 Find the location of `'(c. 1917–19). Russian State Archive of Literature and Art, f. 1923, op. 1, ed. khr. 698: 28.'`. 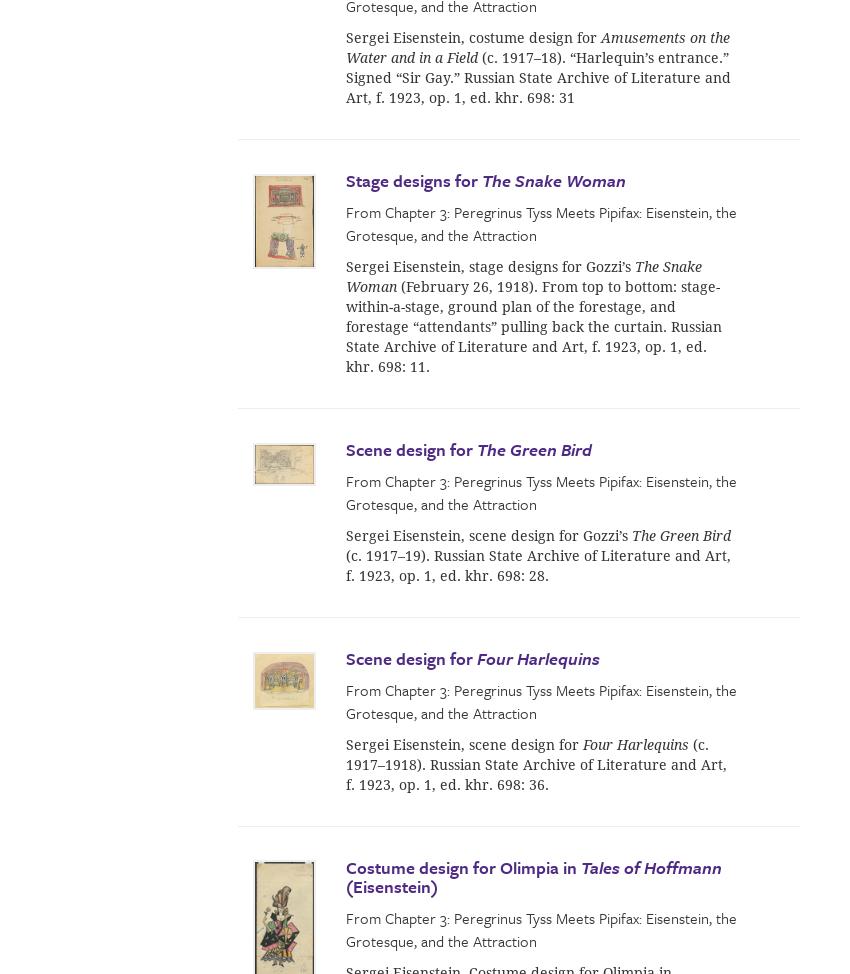

'(c. 1917–19). Russian State Archive of Literature and Art, f. 1923, op. 1, ed. khr. 698: 28.' is located at coordinates (537, 565).